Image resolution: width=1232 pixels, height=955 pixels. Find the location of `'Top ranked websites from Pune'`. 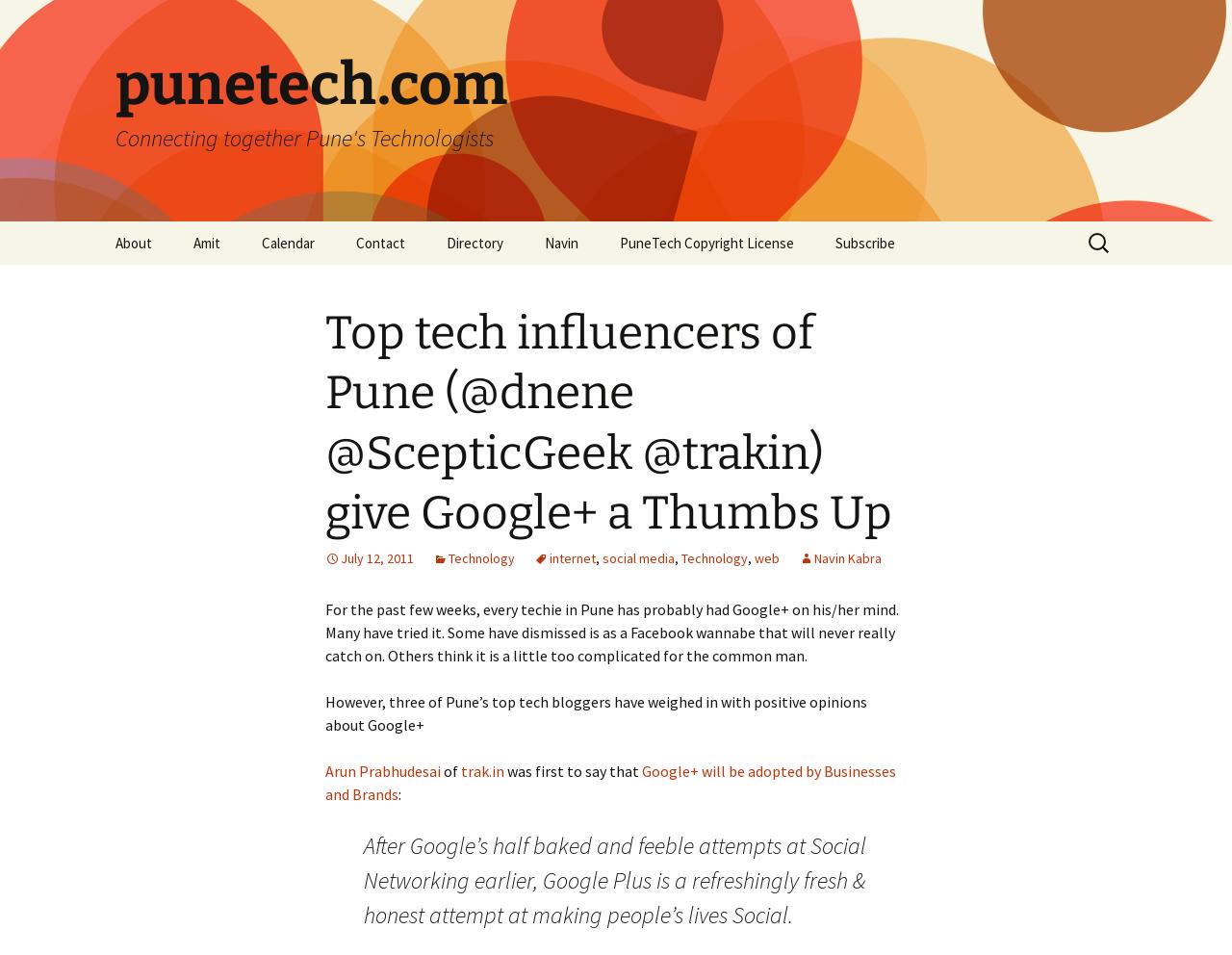

'Top ranked websites from Pune' is located at coordinates (509, 294).